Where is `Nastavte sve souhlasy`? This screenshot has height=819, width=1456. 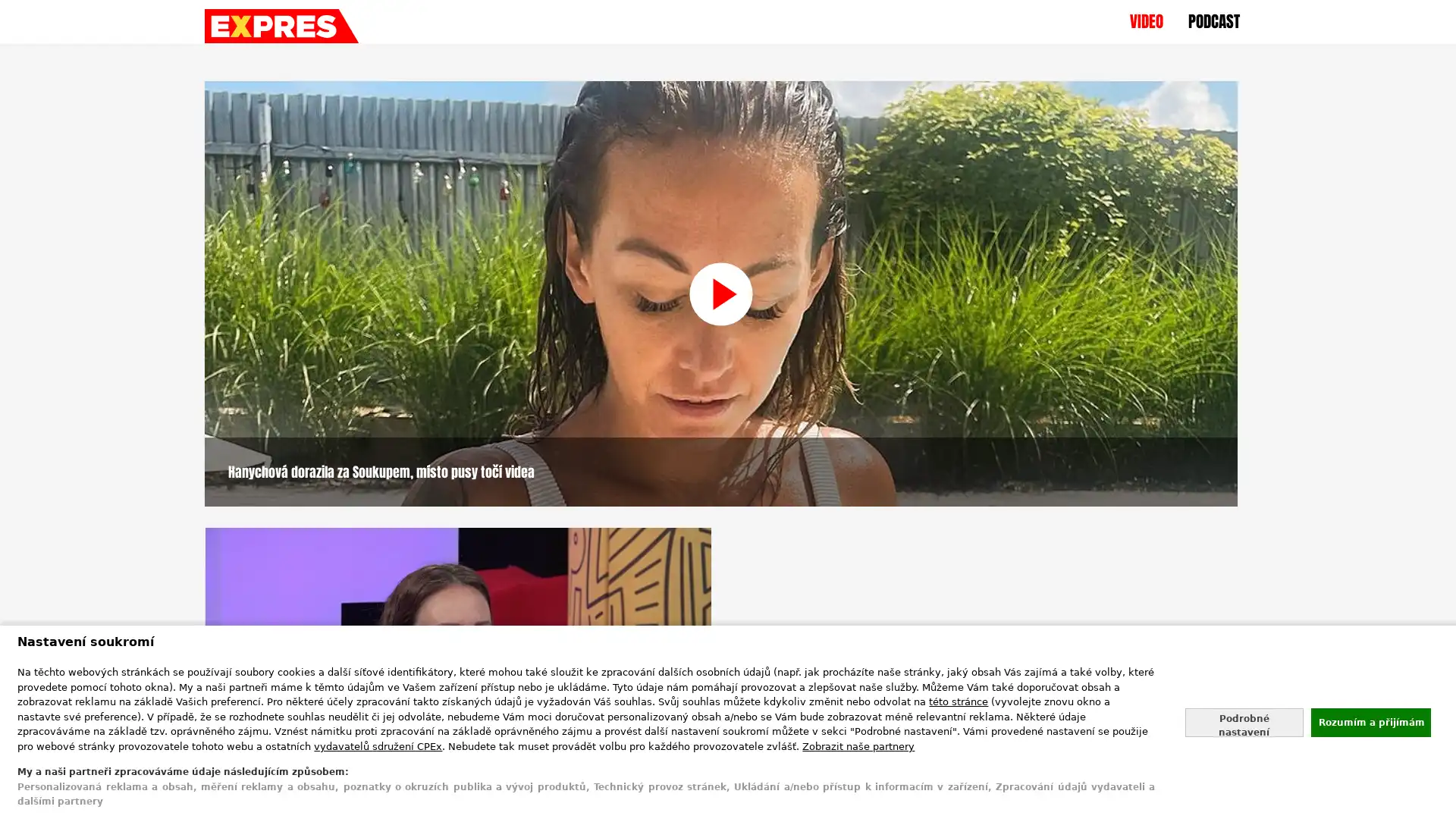
Nastavte sve souhlasy is located at coordinates (1244, 721).